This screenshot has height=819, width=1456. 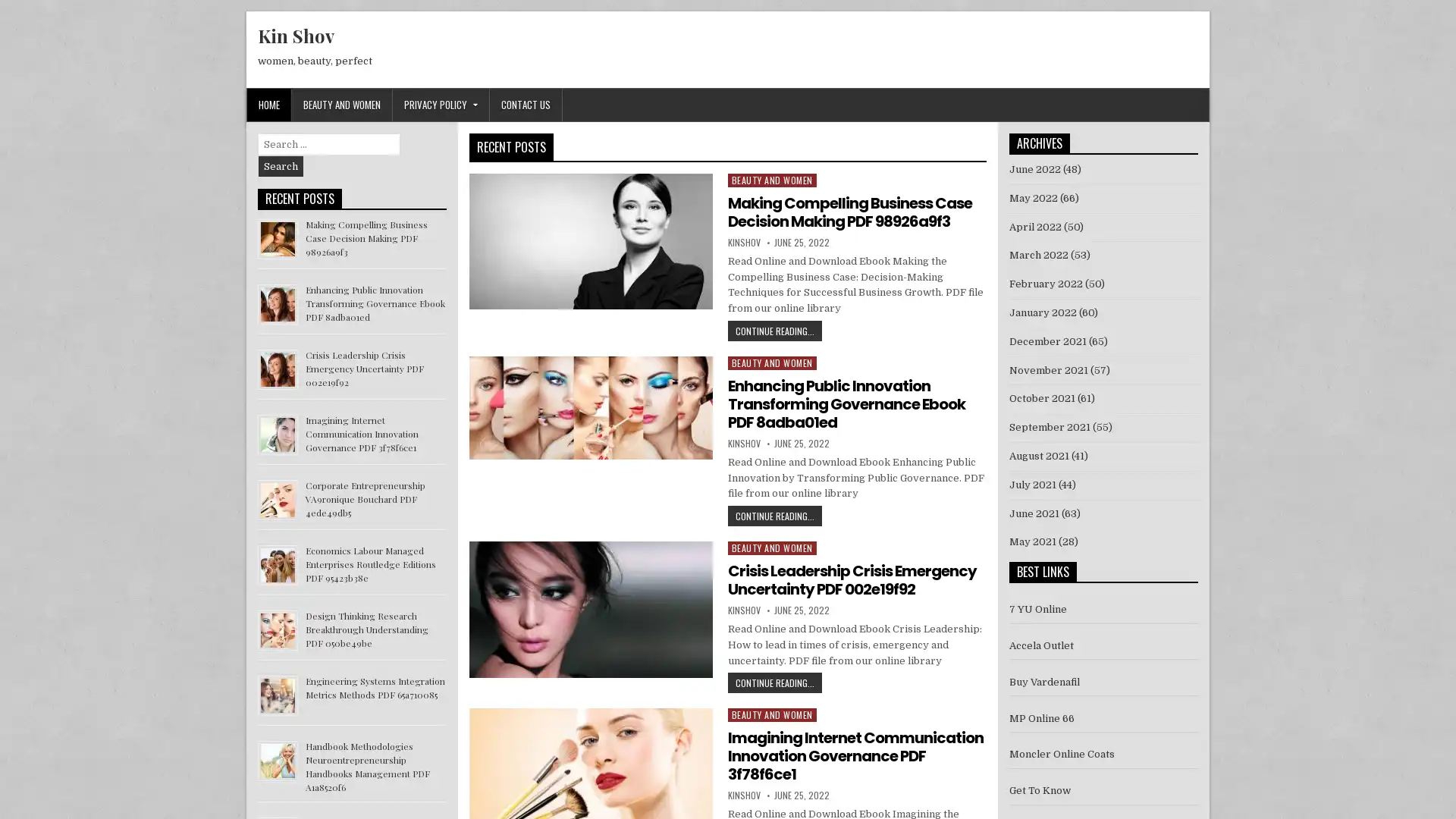 What do you see at coordinates (281, 166) in the screenshot?
I see `Search` at bounding box center [281, 166].